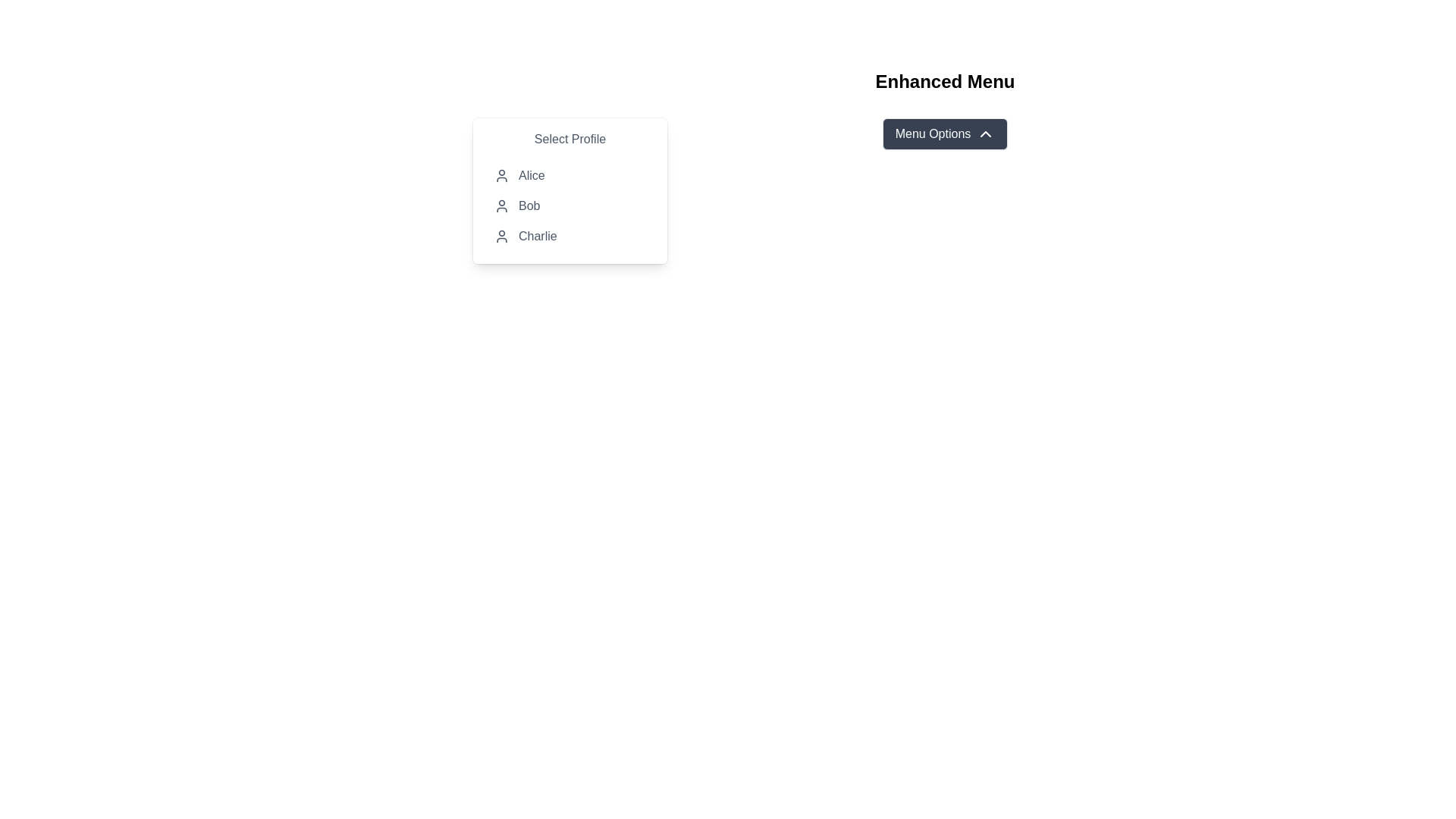  What do you see at coordinates (502, 237) in the screenshot?
I see `the 'Charlie' user profile icon, which is the third icon in the vertical stack of user options in the dropdown menu` at bounding box center [502, 237].